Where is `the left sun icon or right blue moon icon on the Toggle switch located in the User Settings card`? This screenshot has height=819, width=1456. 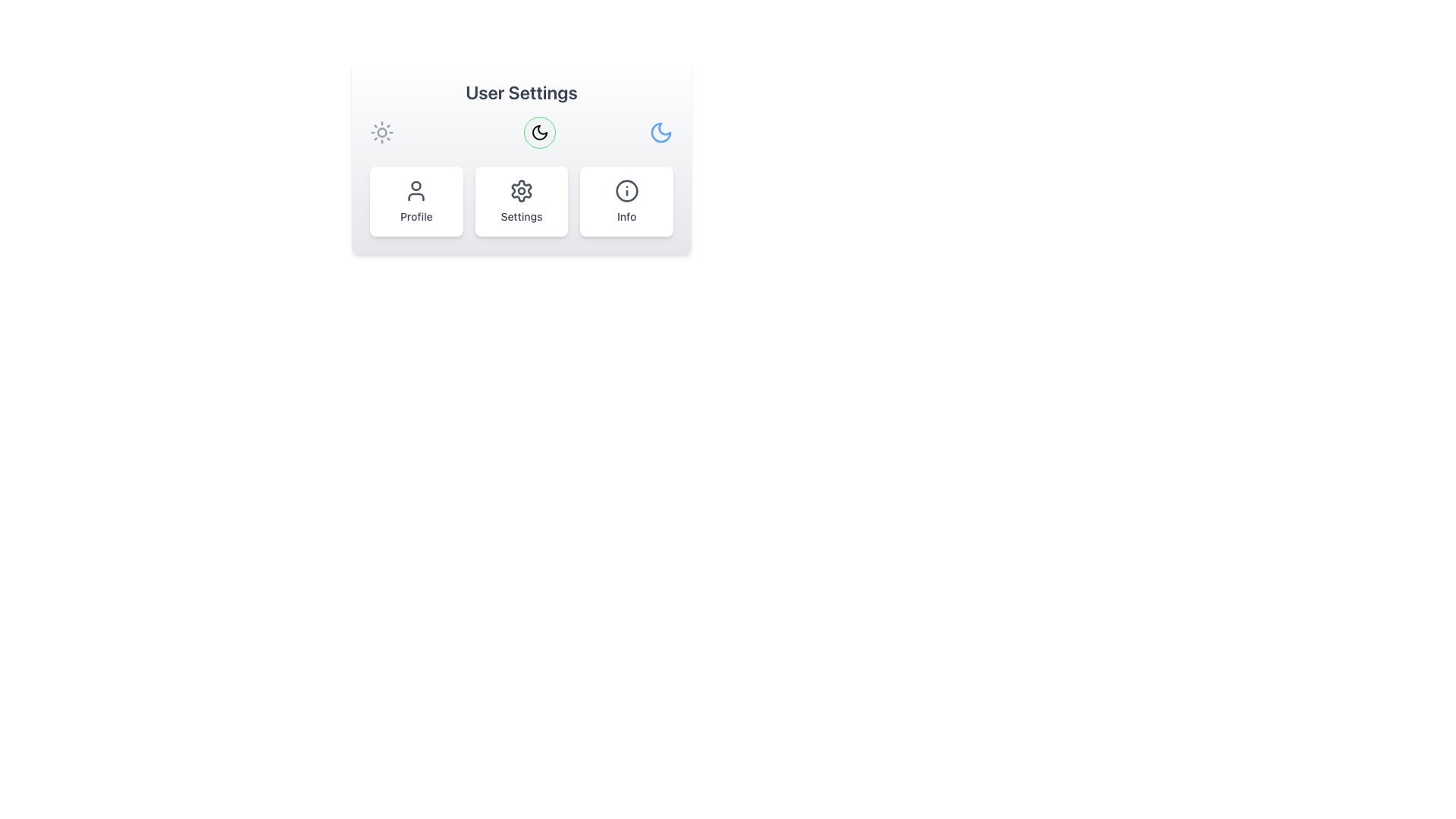
the left sun icon or right blue moon icon on the Toggle switch located in the User Settings card is located at coordinates (521, 131).